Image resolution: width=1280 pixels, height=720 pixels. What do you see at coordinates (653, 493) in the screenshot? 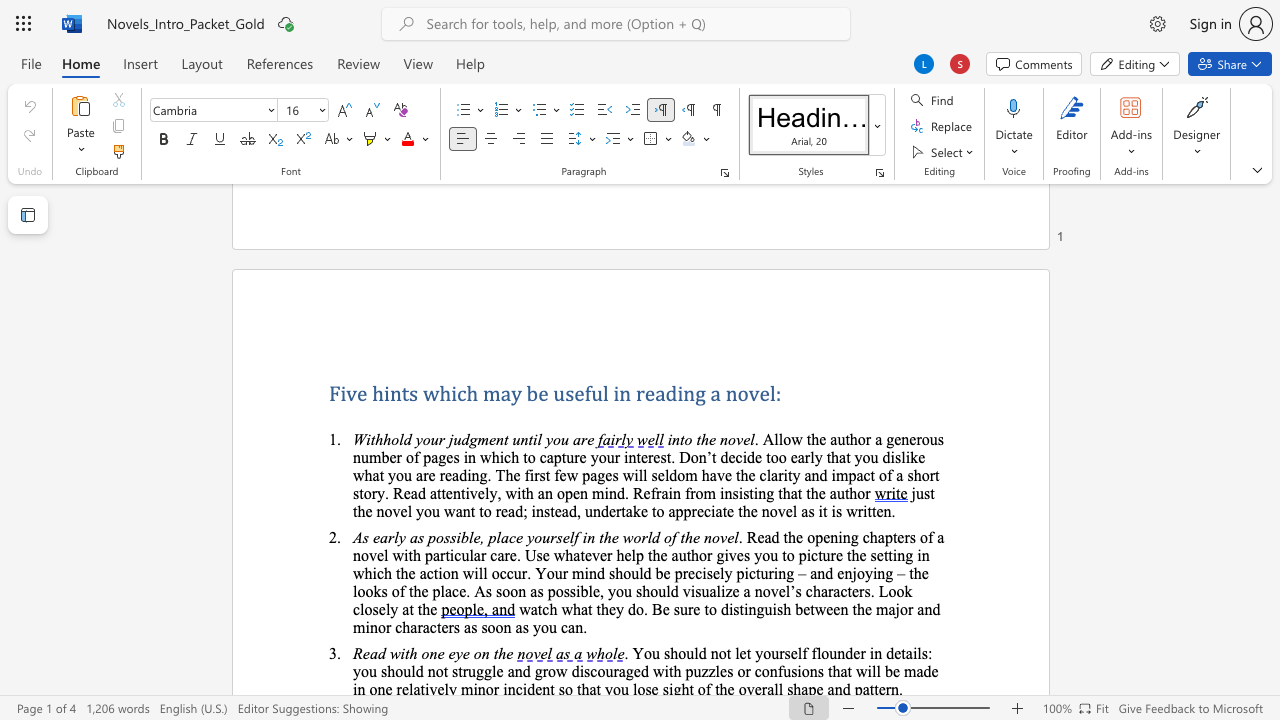
I see `the 4th character "f" in the text` at bounding box center [653, 493].